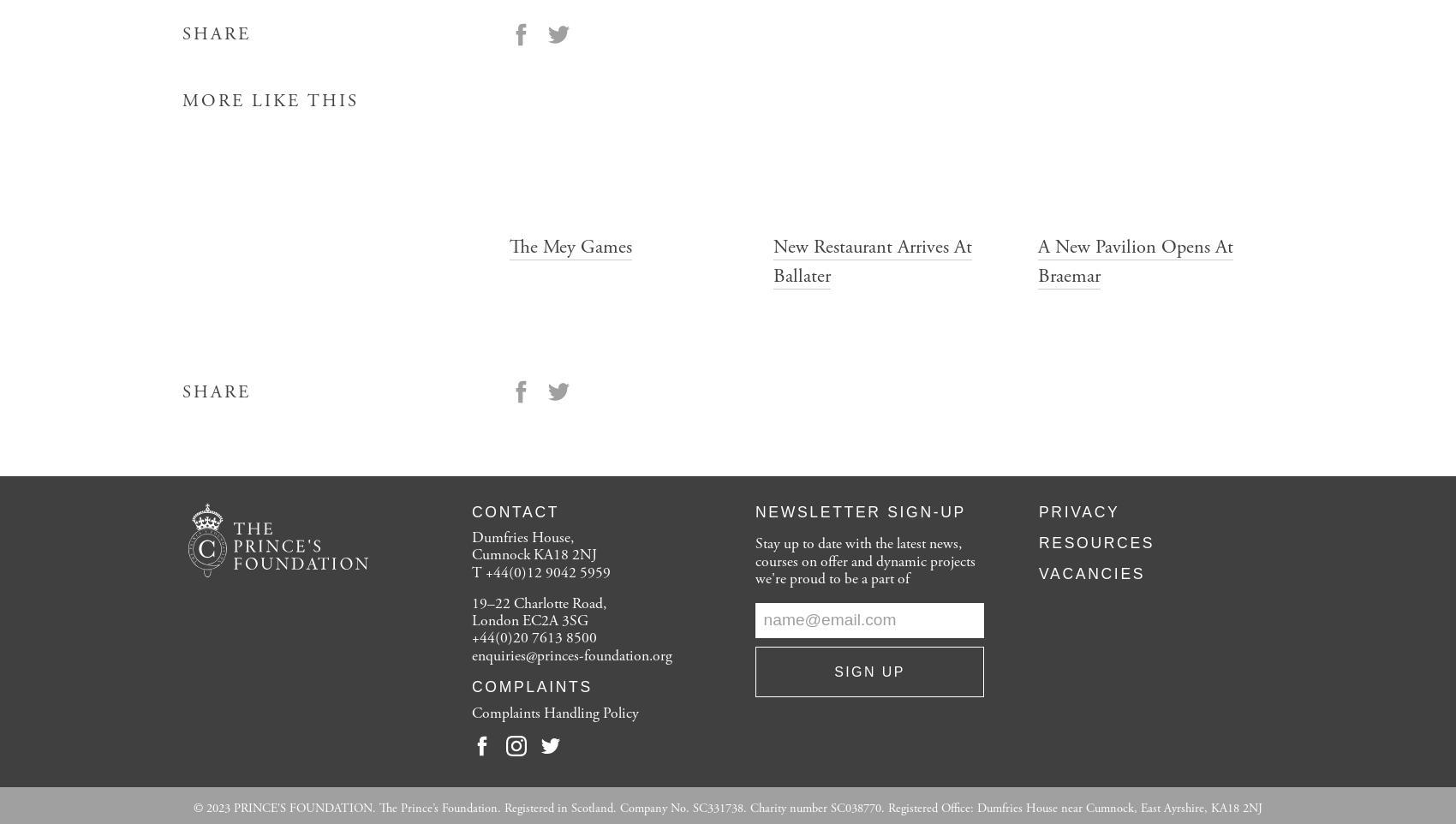 This screenshot has width=1456, height=824. Describe the element at coordinates (534, 637) in the screenshot. I see `'+44(0)20 7613 8500'` at that location.